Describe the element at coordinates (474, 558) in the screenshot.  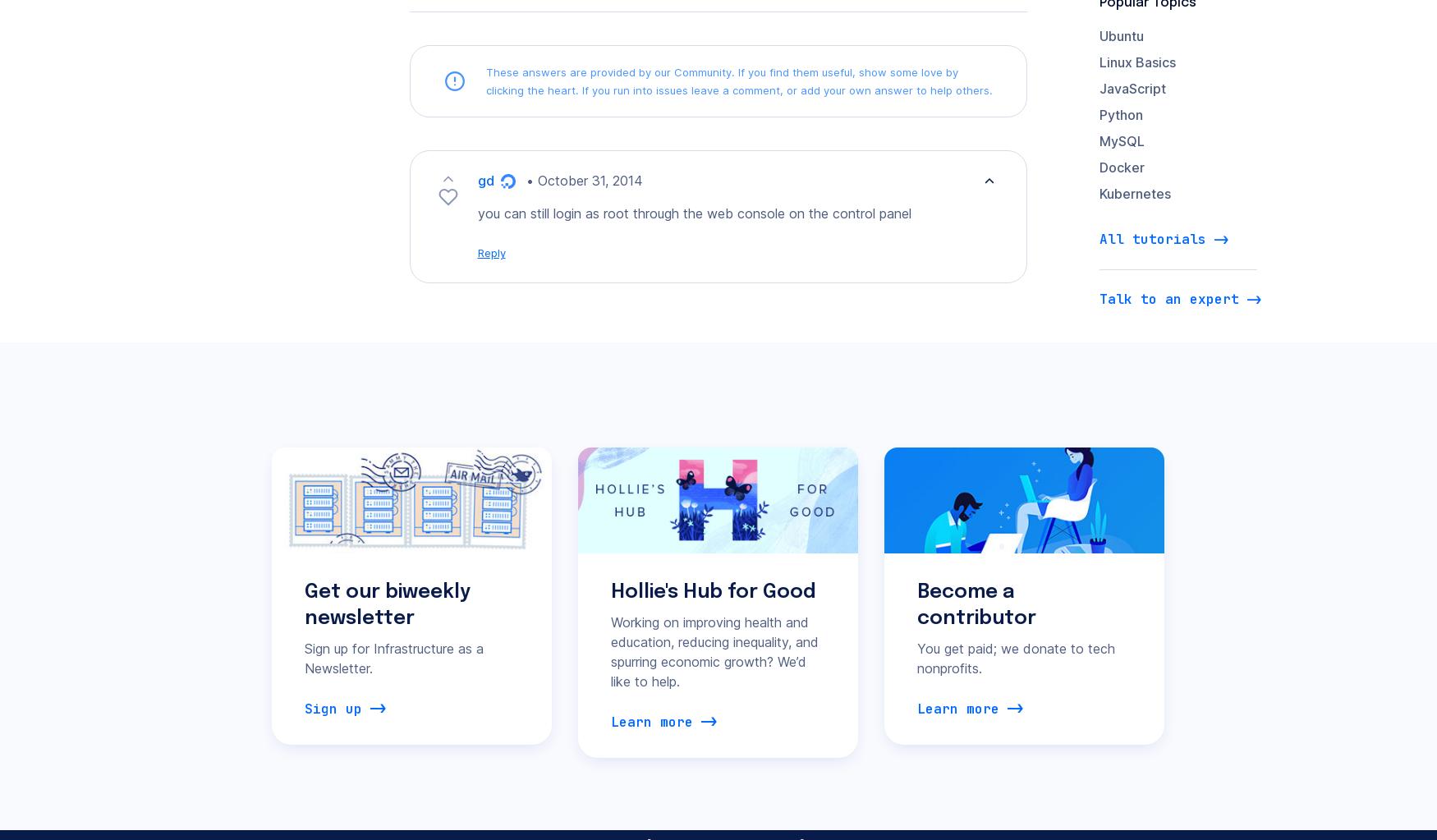
I see `'Pricing'` at that location.